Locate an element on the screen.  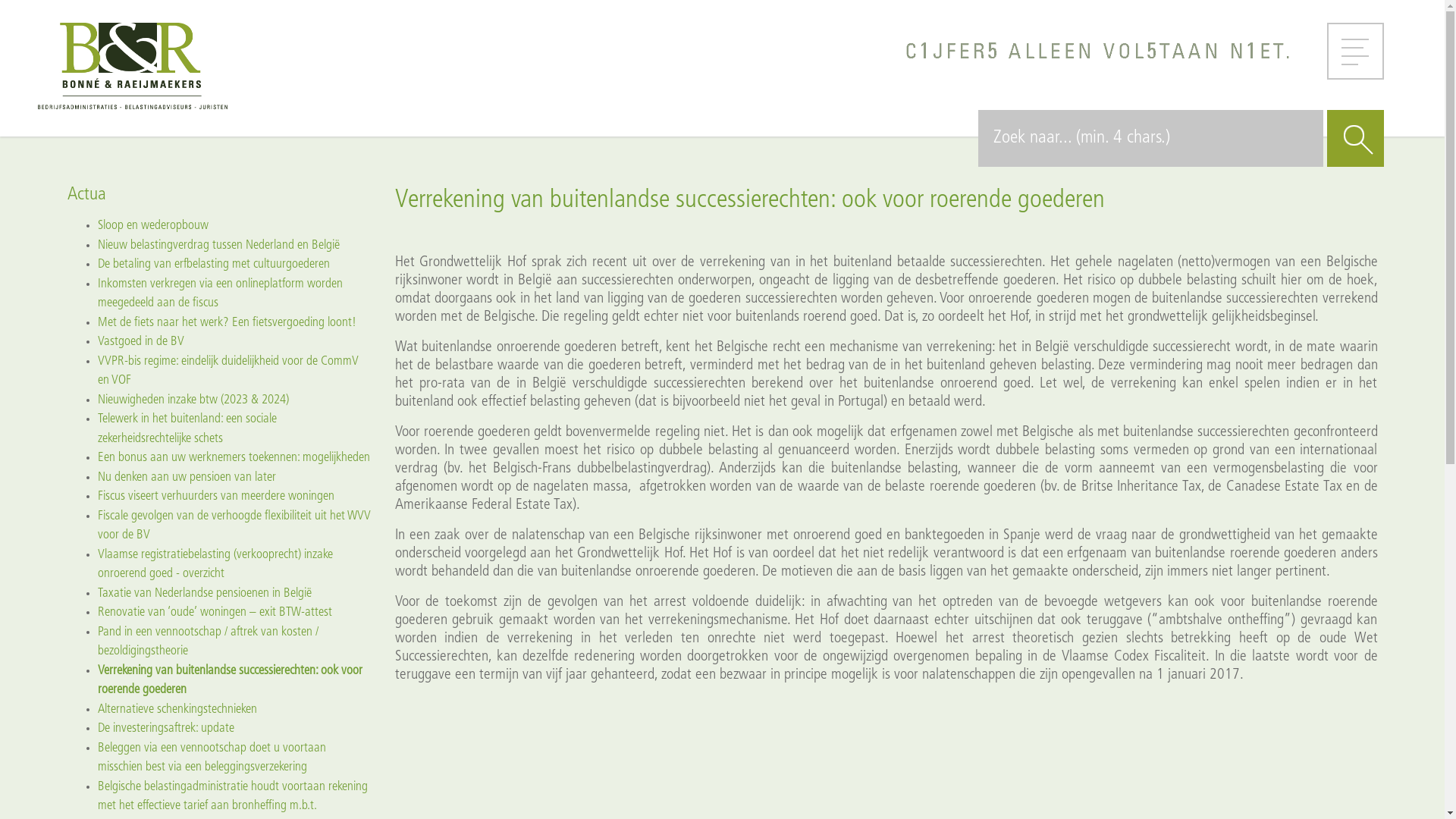
'Nieuwigheden inzake btw (2023 & 2024)' is located at coordinates (192, 398).